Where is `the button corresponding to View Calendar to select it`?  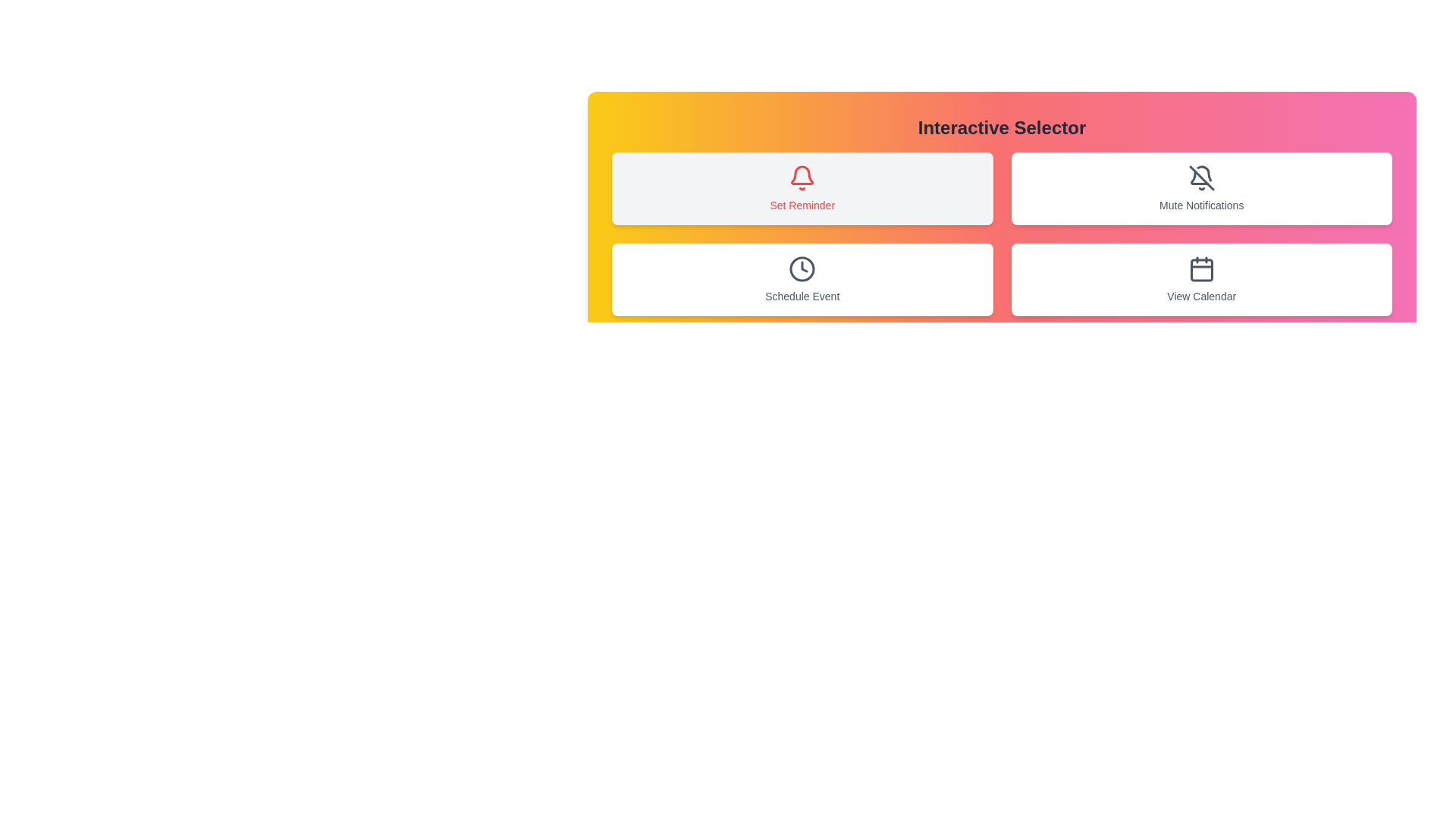
the button corresponding to View Calendar to select it is located at coordinates (1200, 280).